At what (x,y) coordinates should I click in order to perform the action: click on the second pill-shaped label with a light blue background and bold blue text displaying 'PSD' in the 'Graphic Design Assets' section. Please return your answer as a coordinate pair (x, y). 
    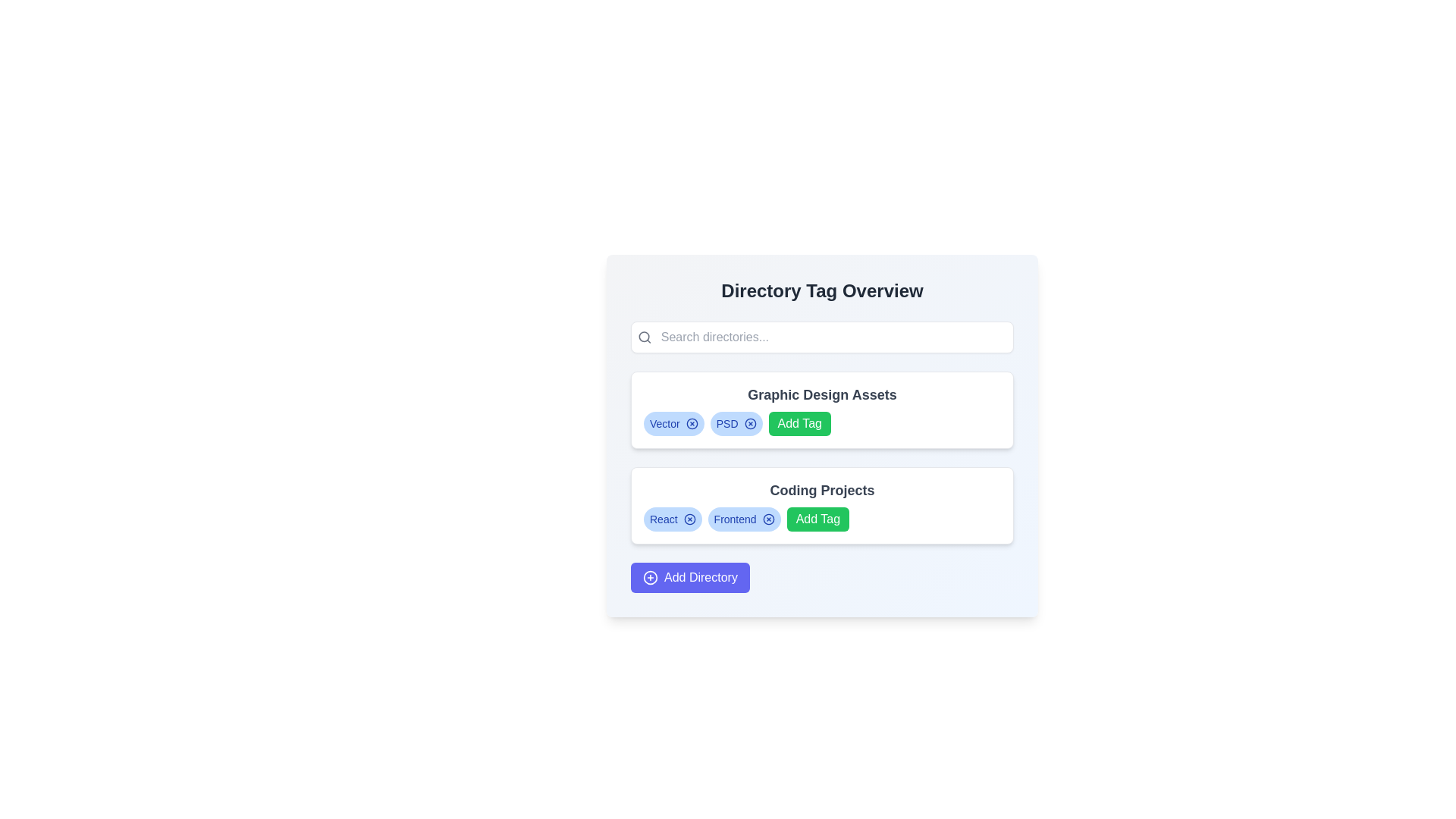
    Looking at the image, I should click on (736, 424).